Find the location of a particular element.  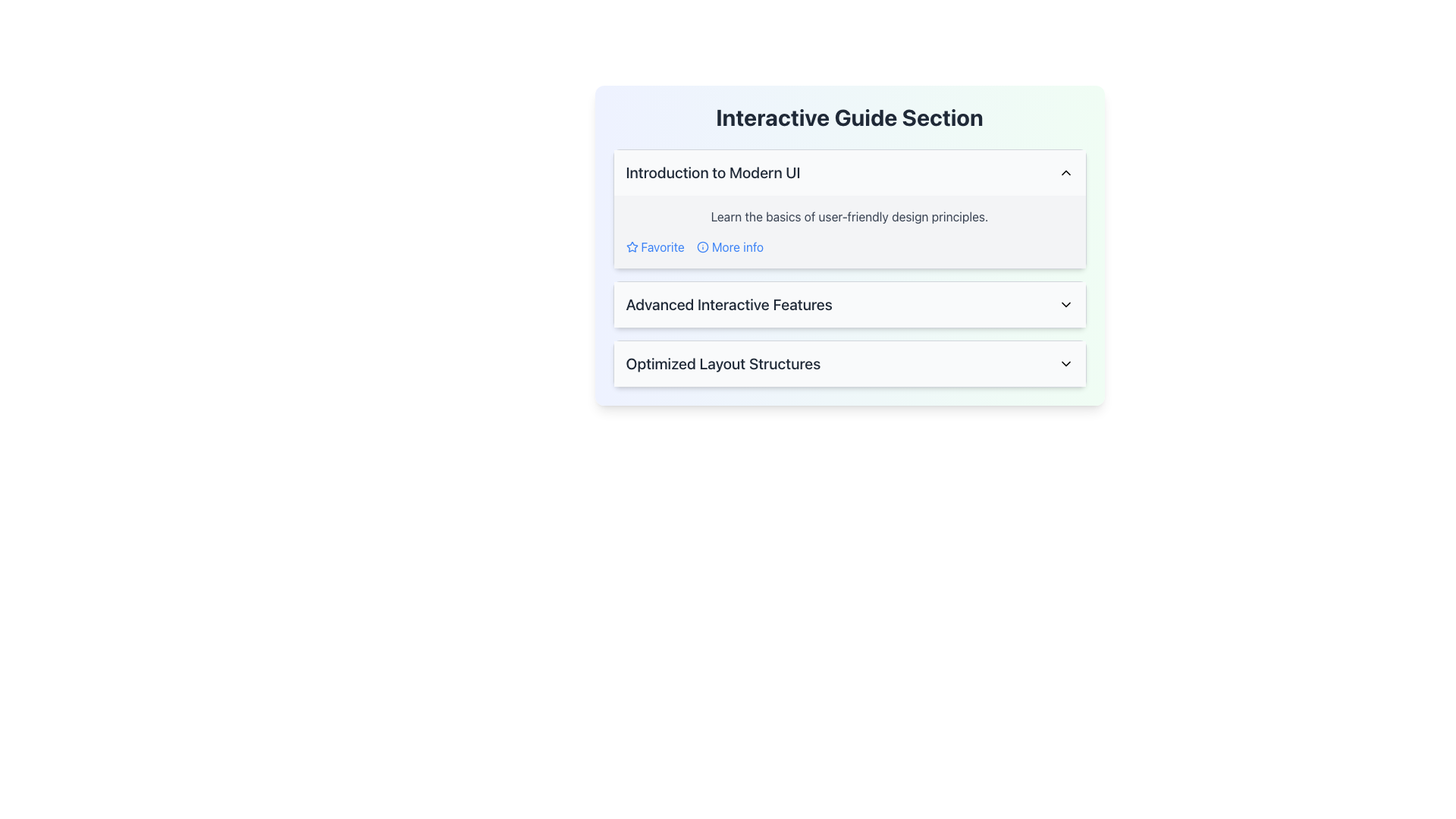

the hyperlink labeled 'More info' which is styled in blue and includes an informational icon on the left, in order is located at coordinates (730, 246).